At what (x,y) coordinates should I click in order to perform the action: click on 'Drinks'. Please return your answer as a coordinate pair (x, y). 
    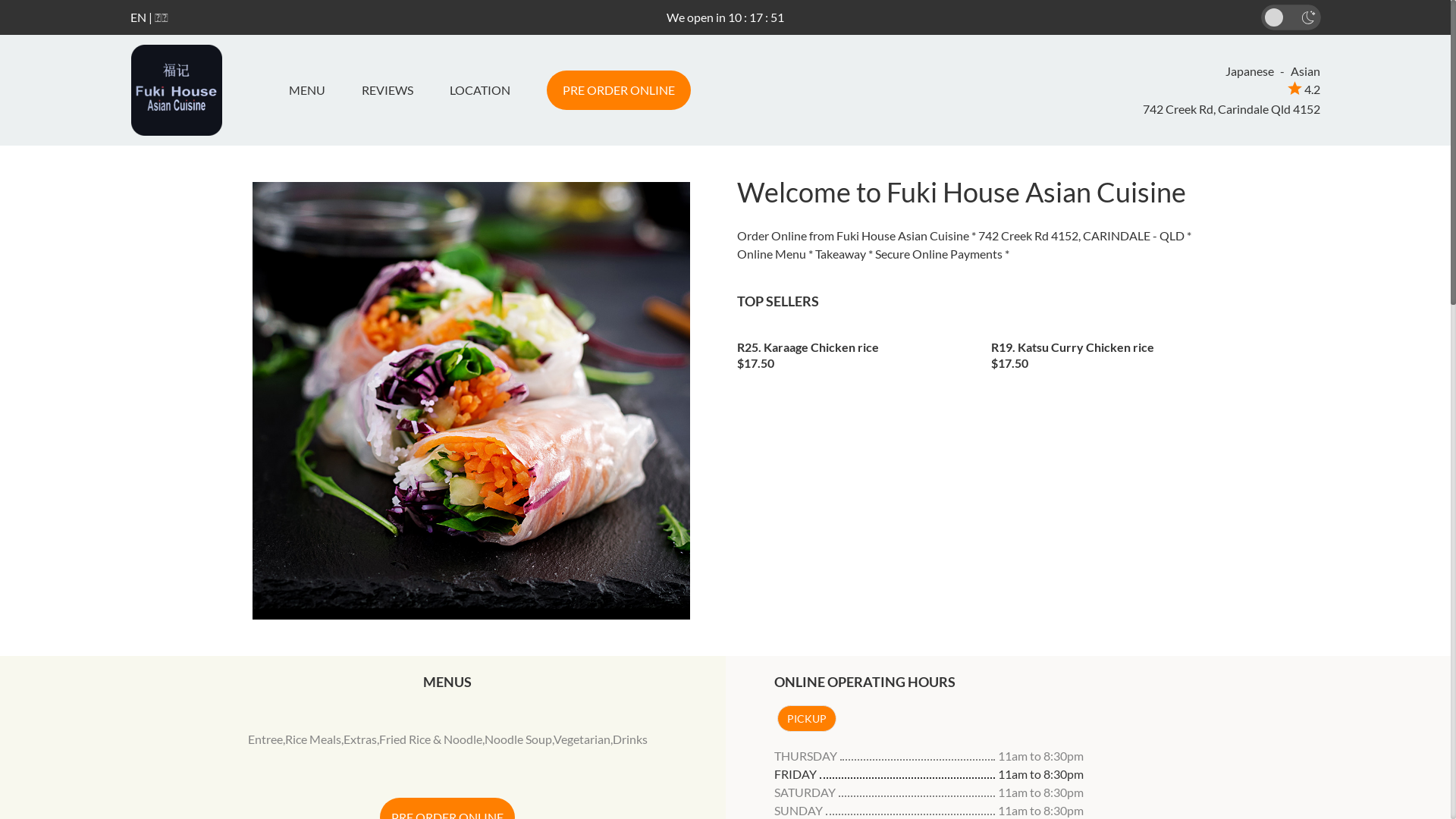
    Looking at the image, I should click on (629, 738).